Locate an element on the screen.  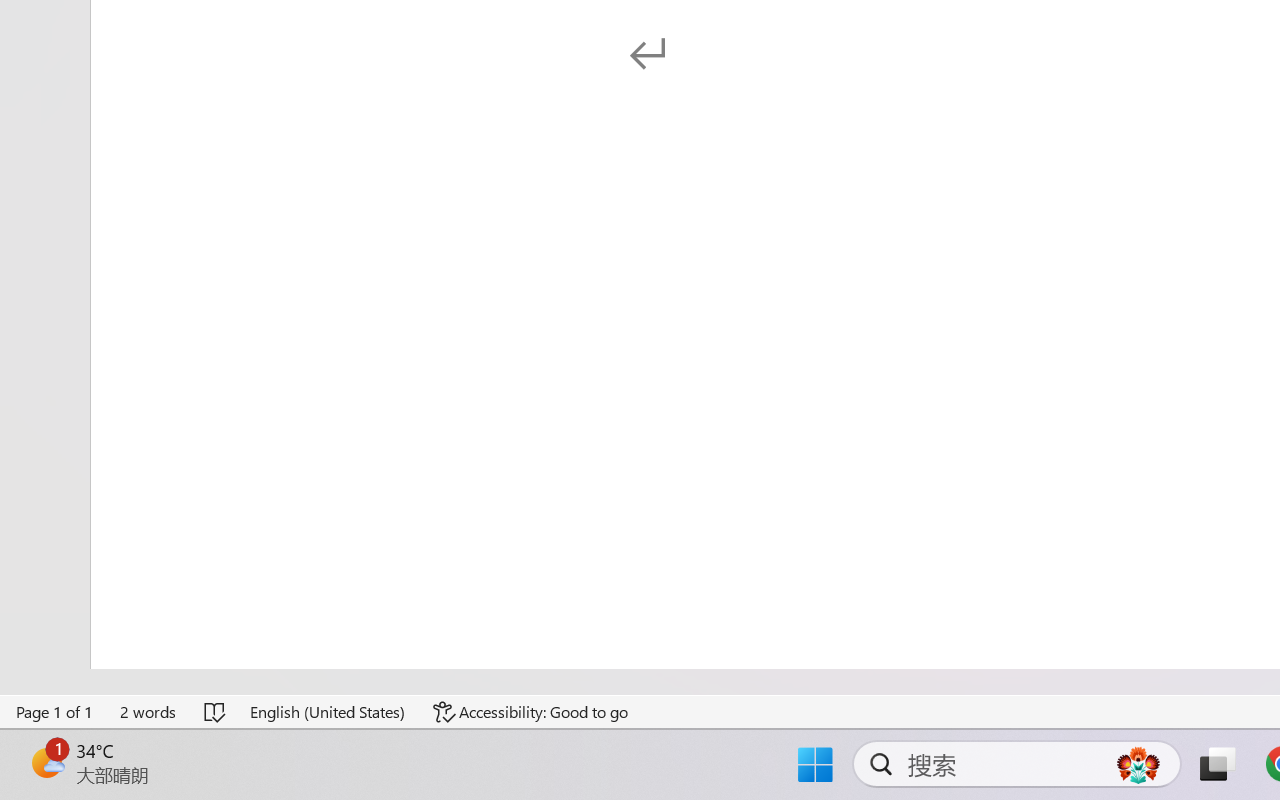
'Spelling and Grammar Check No Errors' is located at coordinates (216, 711).